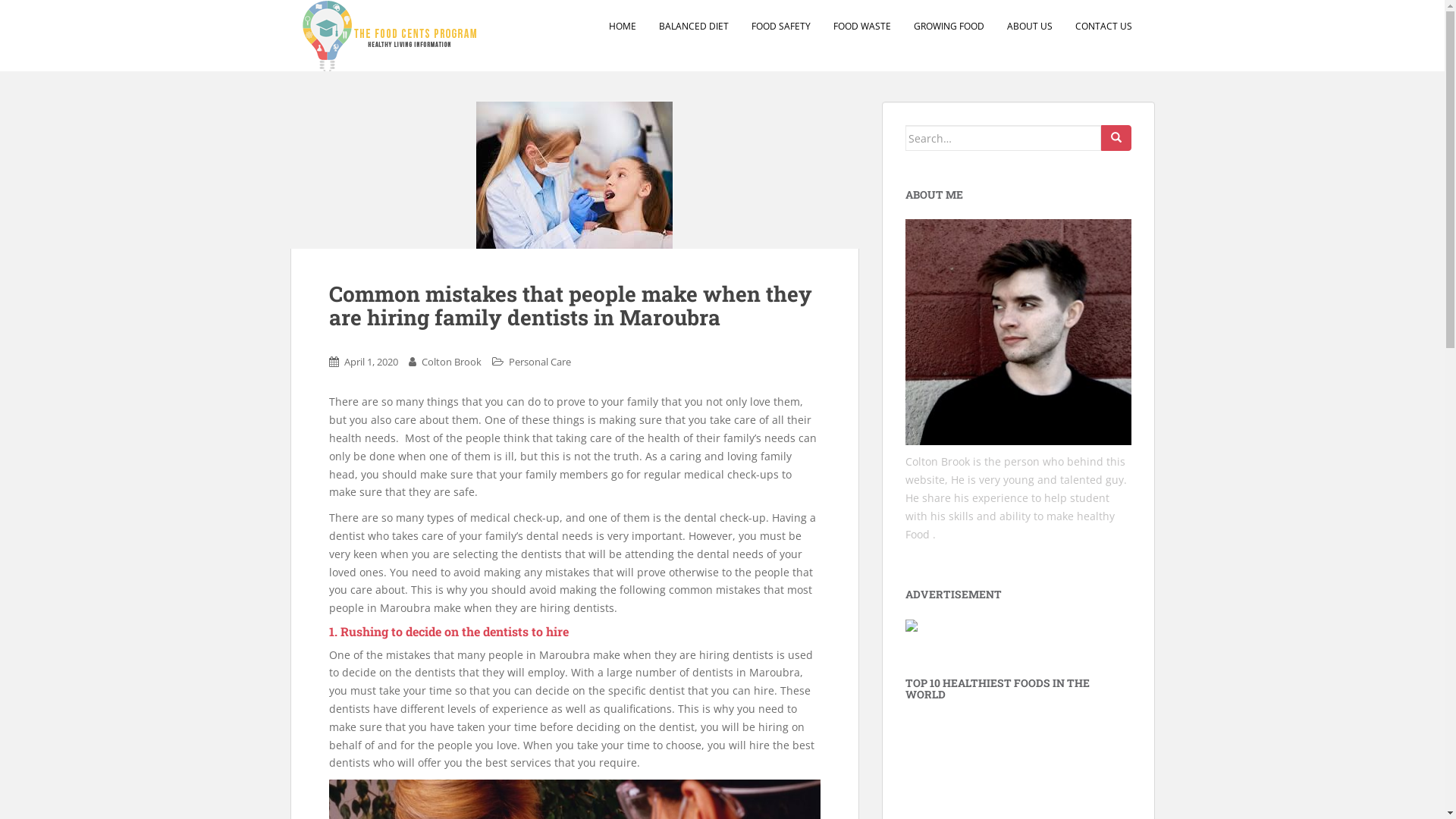 Image resolution: width=1456 pixels, height=819 pixels. Describe the element at coordinates (780, 26) in the screenshot. I see `'FOOD SAFETY'` at that location.